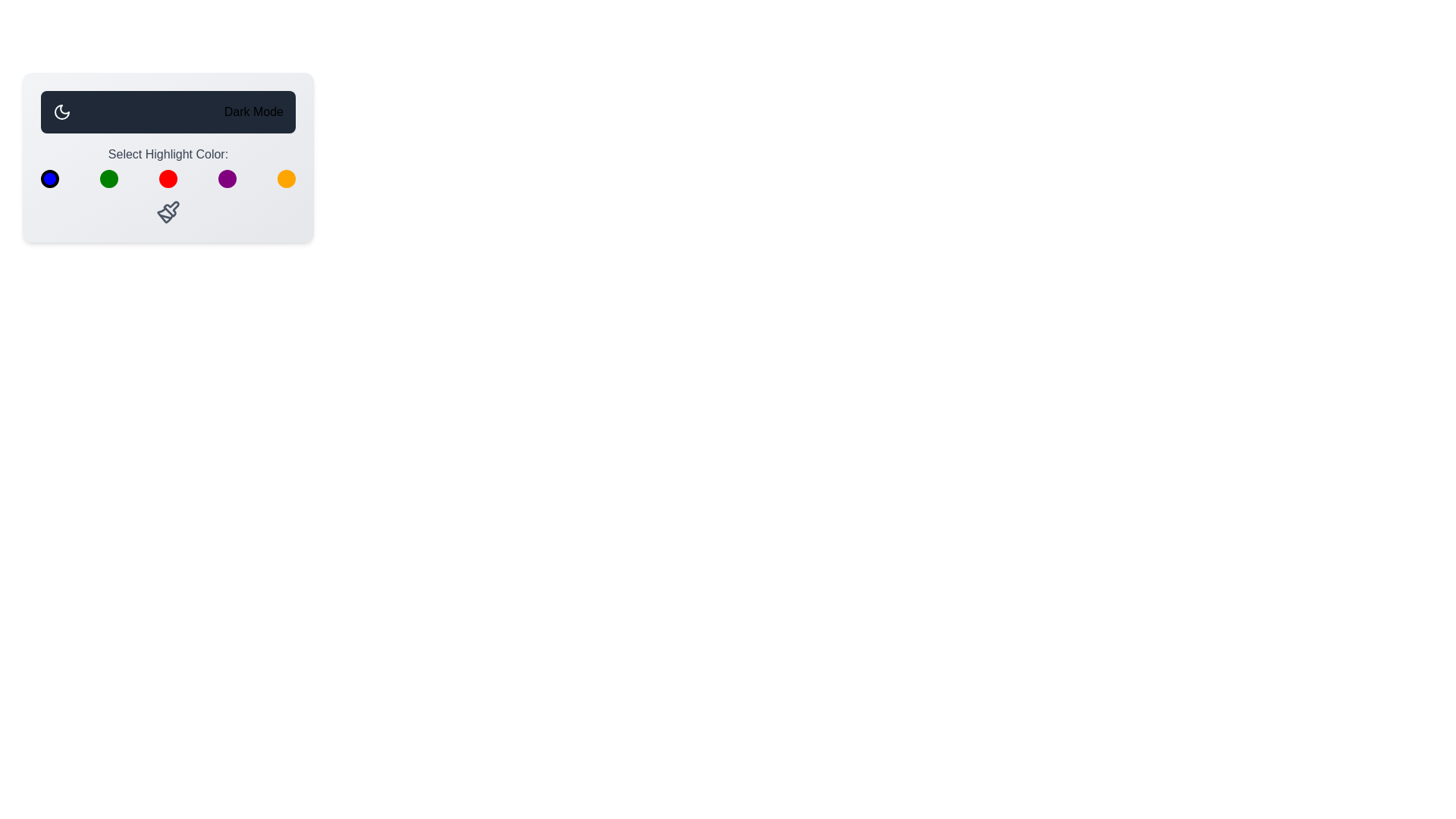 Image resolution: width=1456 pixels, height=819 pixels. Describe the element at coordinates (226, 177) in the screenshot. I see `the fourth circular button with a purple background and light border` at that location.